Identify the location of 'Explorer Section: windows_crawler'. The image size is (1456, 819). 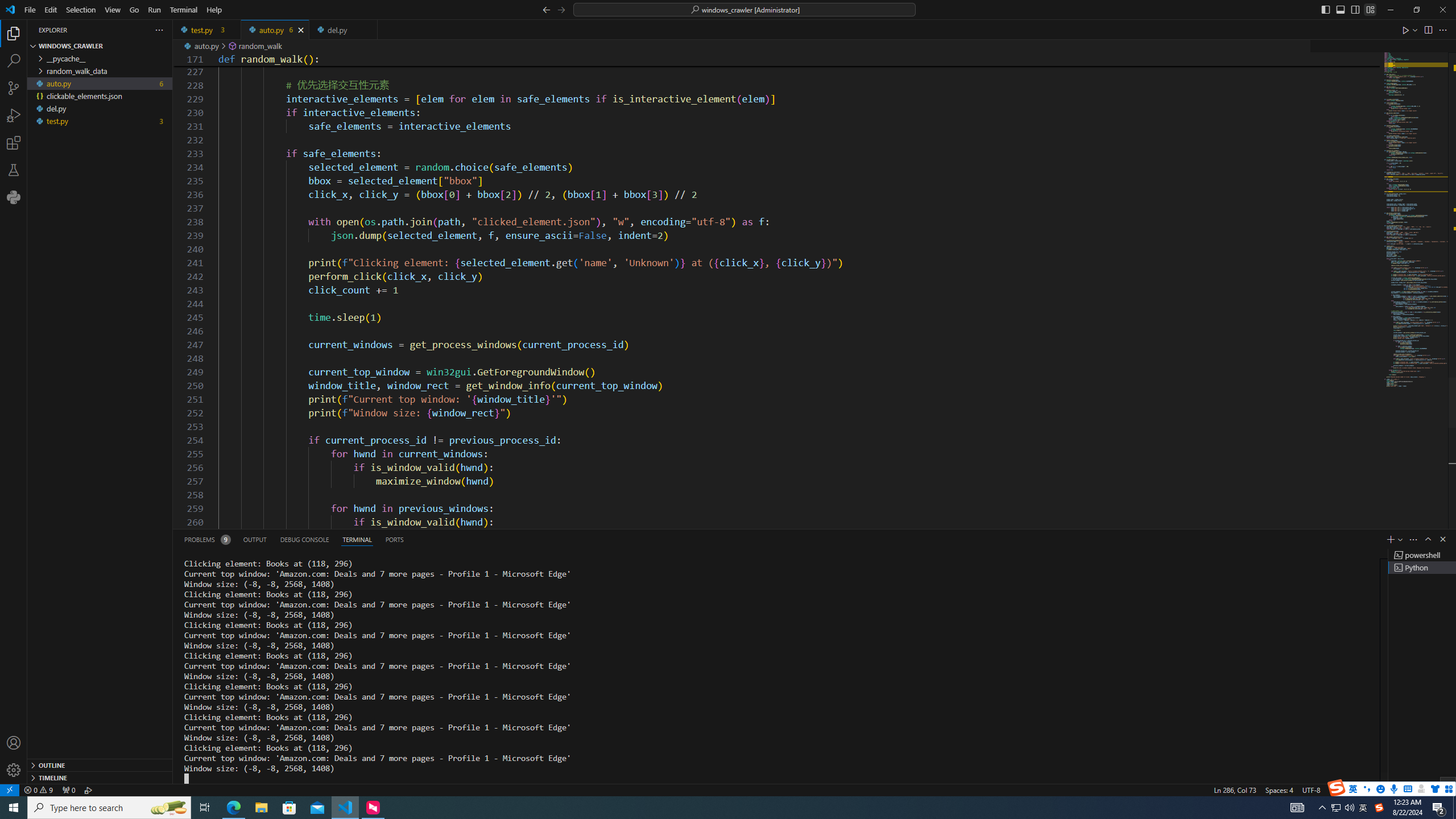
(100, 45).